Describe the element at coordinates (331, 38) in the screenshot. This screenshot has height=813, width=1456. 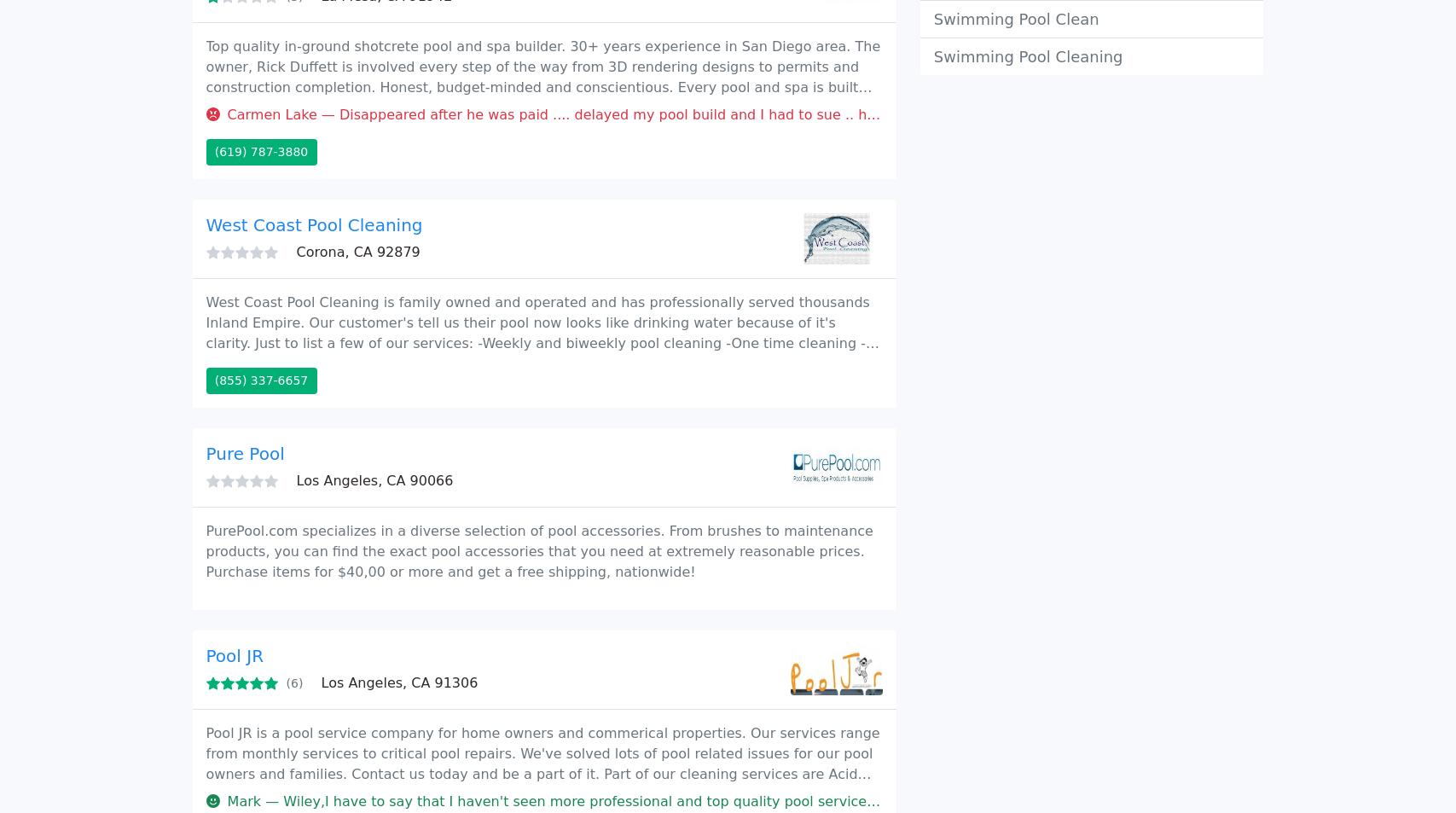
I see `'Swimming Pools'` at that location.